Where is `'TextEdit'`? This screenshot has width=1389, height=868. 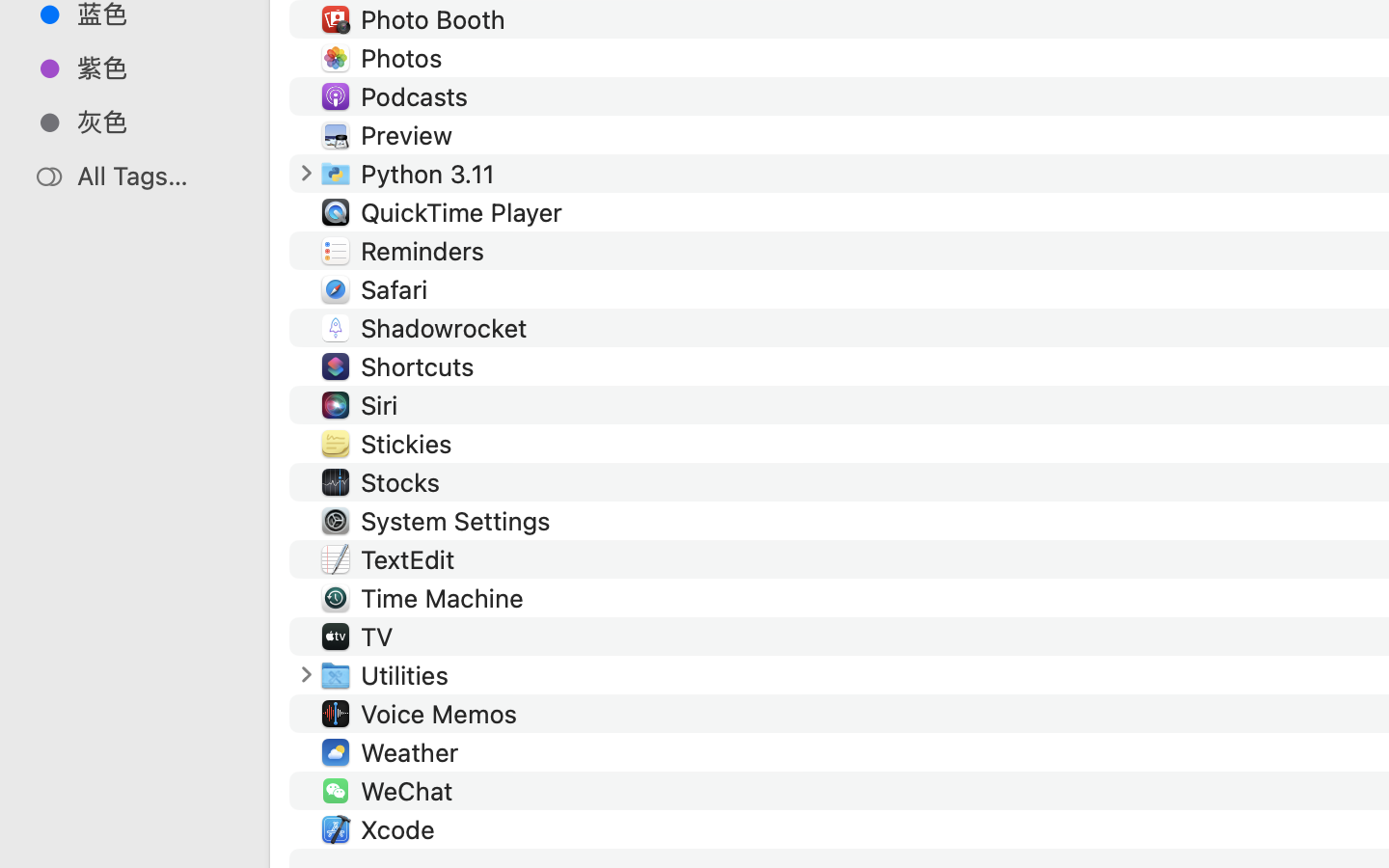 'TextEdit' is located at coordinates (411, 558).